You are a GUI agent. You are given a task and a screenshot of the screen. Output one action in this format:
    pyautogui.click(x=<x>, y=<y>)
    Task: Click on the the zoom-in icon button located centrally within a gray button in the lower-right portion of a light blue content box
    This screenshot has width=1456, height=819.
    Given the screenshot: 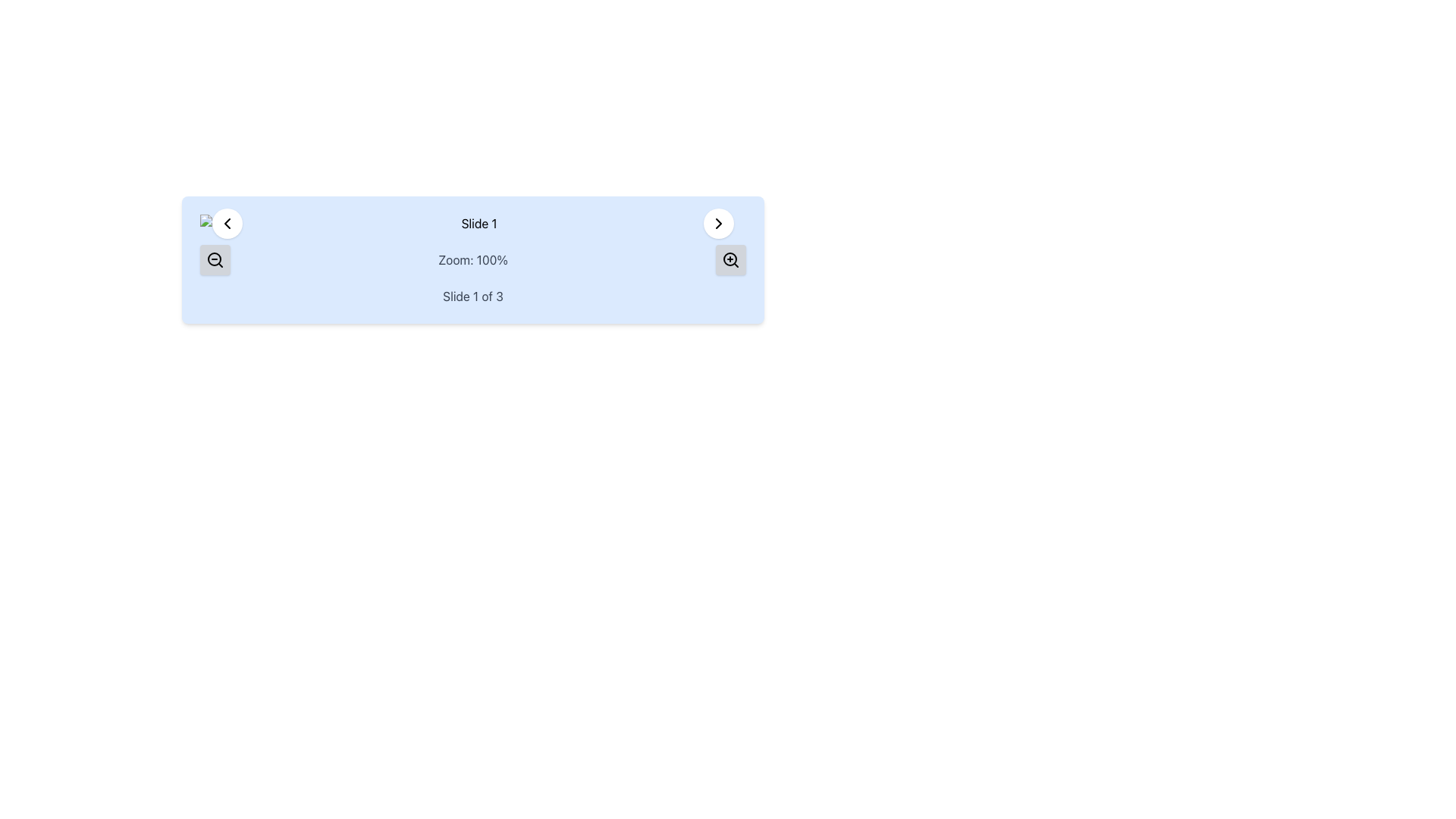 What is the action you would take?
    pyautogui.click(x=731, y=259)
    